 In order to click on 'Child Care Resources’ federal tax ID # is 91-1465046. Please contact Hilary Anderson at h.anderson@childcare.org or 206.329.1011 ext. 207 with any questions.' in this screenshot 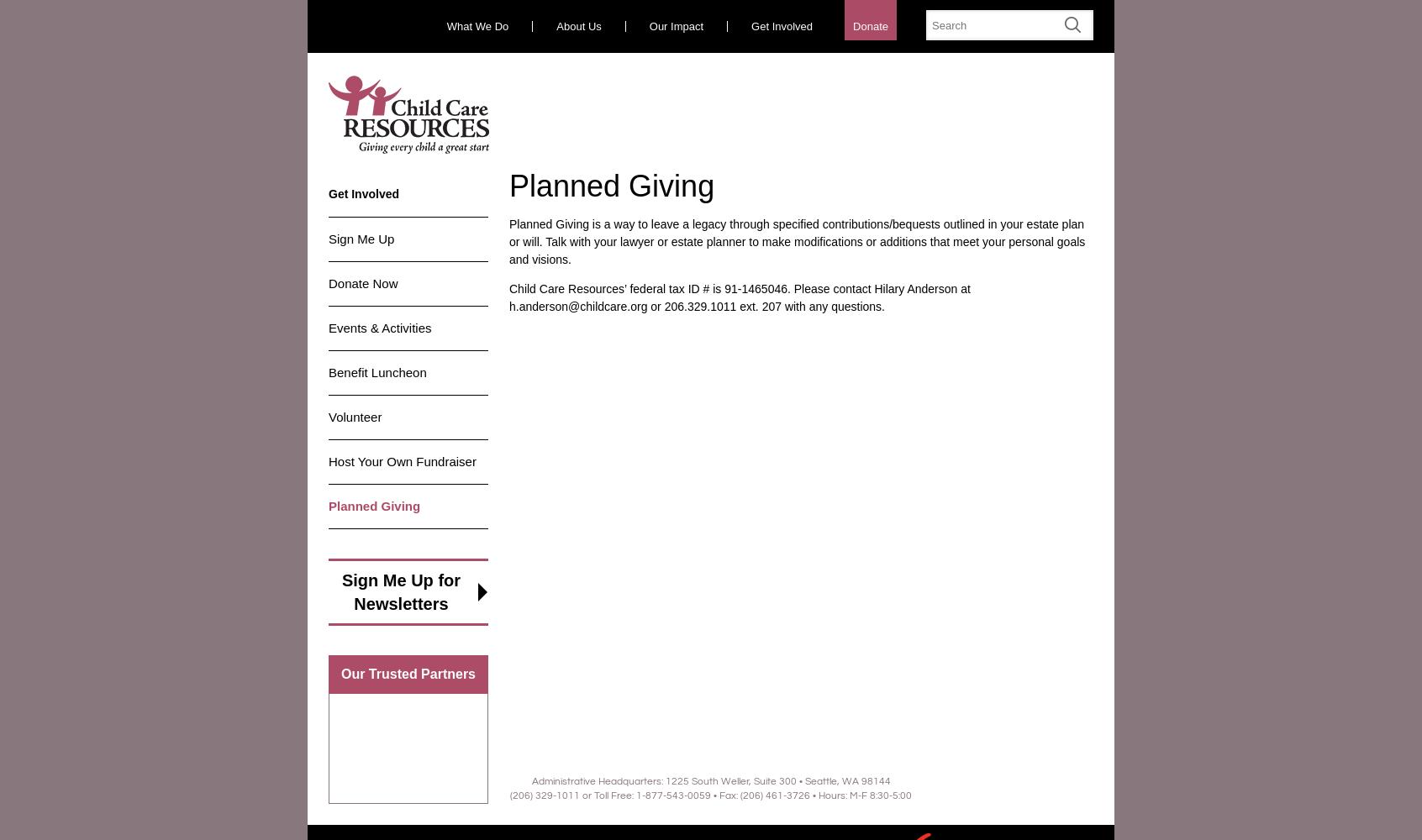, I will do `click(739, 297)`.